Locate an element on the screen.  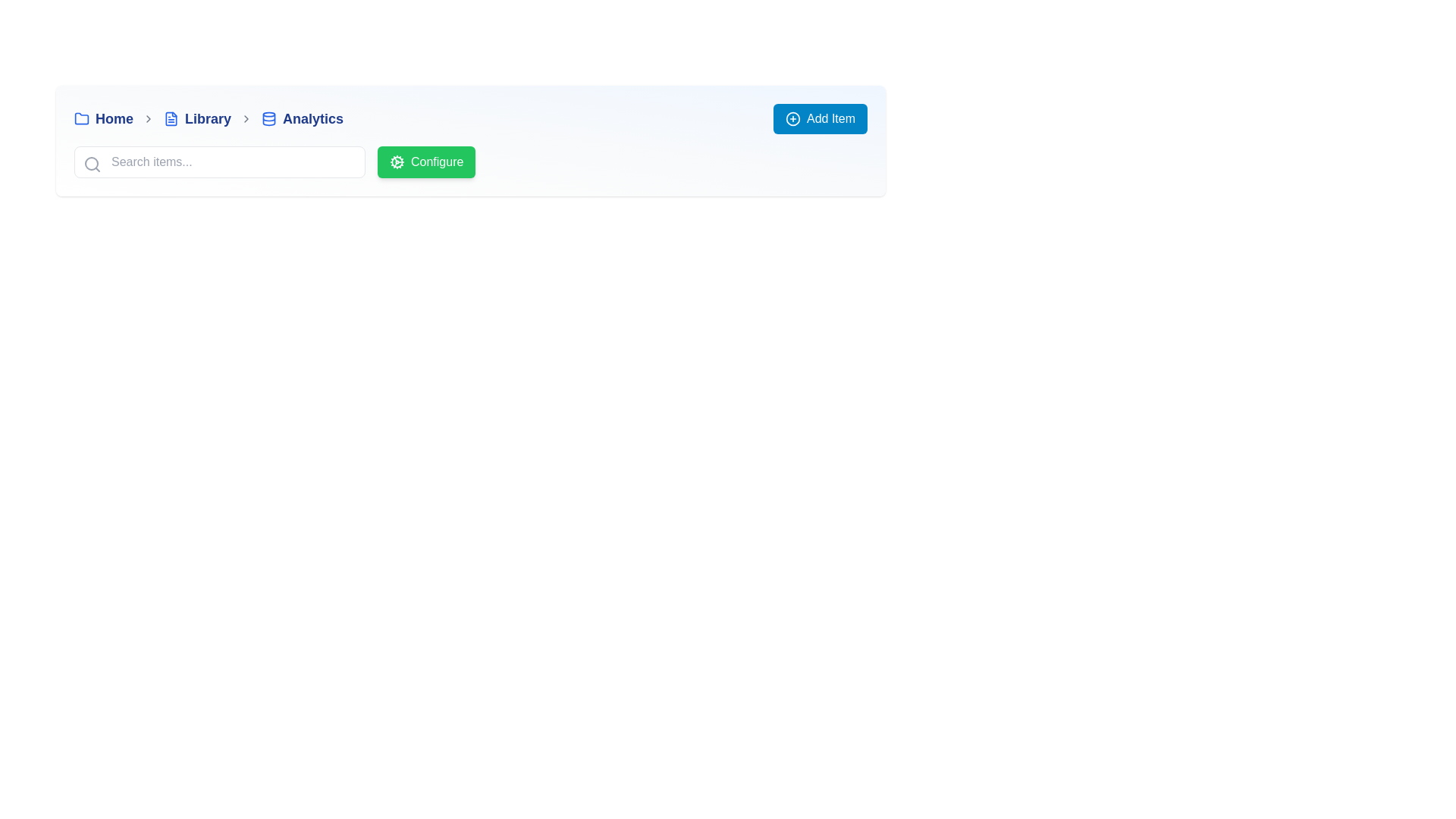
the Breadcrumb navigation item labeled 'Analytics', which features a database icon and is the third item in the breadcrumb trail is located at coordinates (302, 118).